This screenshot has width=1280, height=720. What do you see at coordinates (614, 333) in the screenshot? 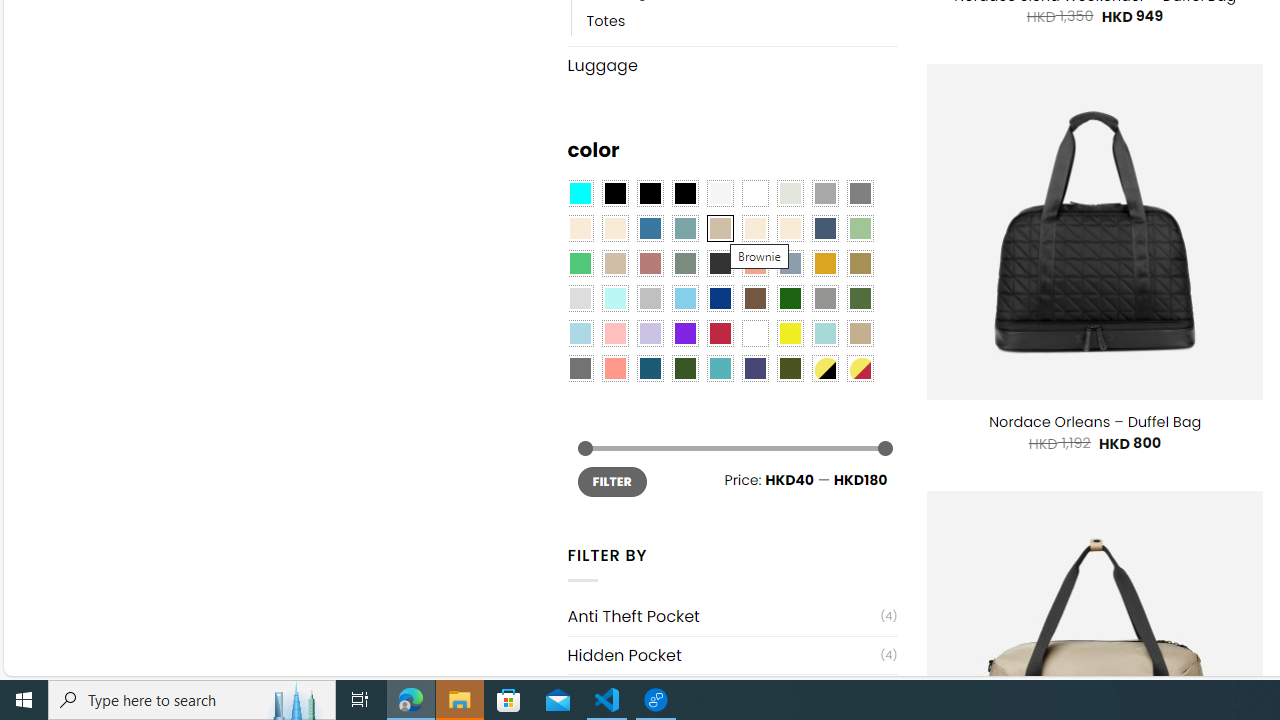
I see `'Pink'` at bounding box center [614, 333].